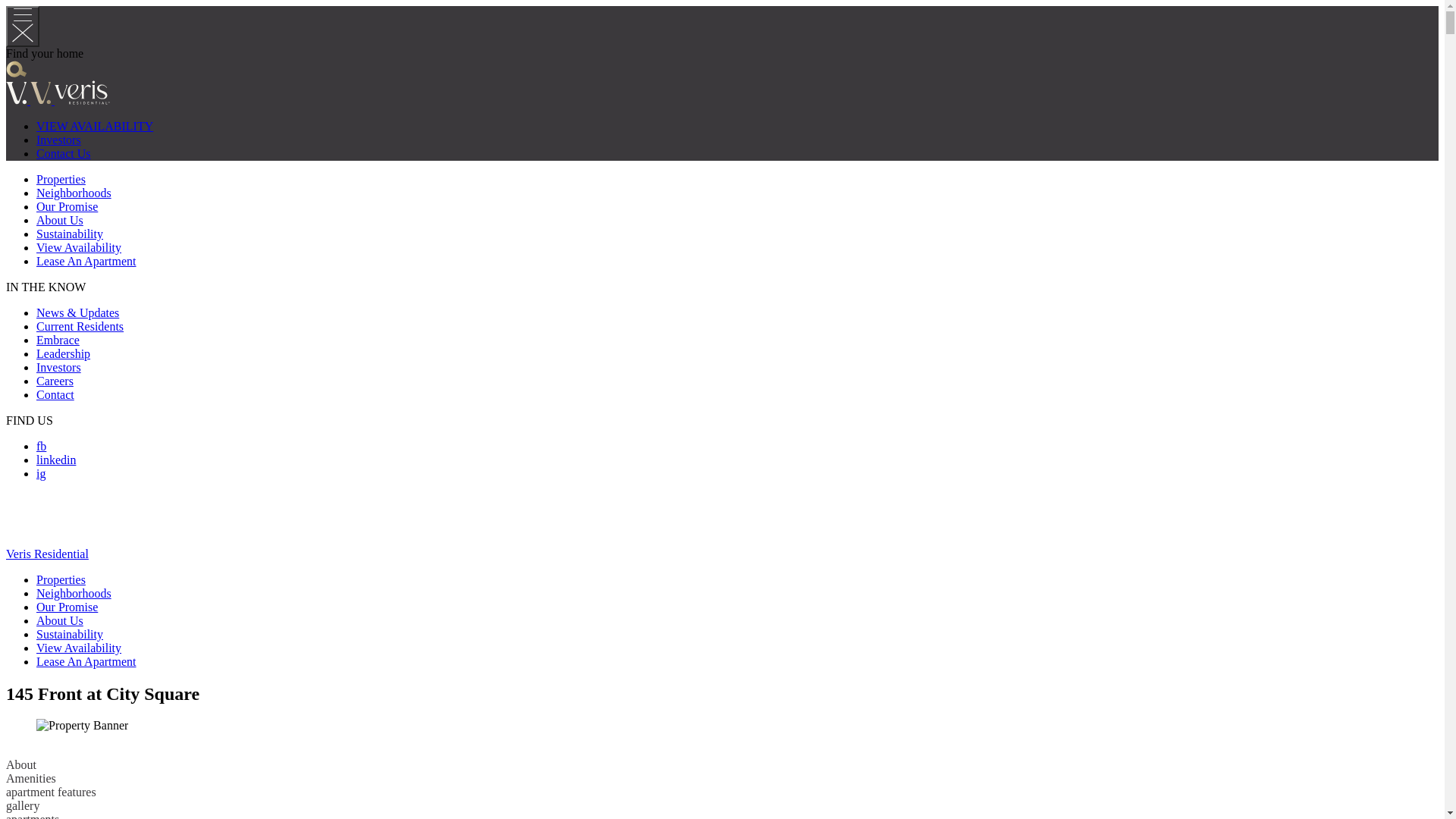 The width and height of the screenshot is (1456, 819). I want to click on 'linkedin', so click(55, 459).